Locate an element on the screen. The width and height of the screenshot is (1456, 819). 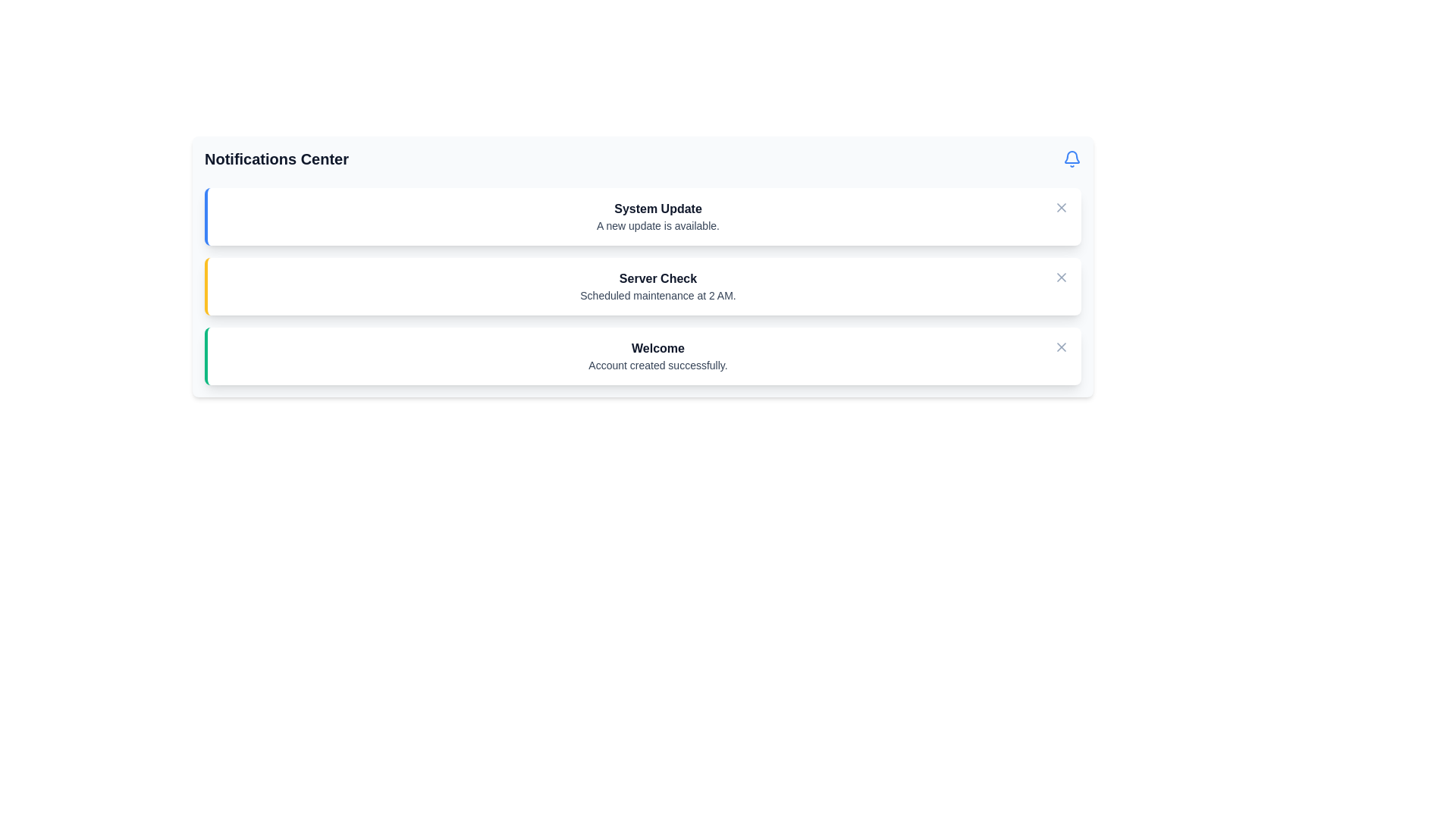
the notification text block that informs users about scheduled server maintenance, located in the middle notification card of a vertically stacked list is located at coordinates (658, 287).